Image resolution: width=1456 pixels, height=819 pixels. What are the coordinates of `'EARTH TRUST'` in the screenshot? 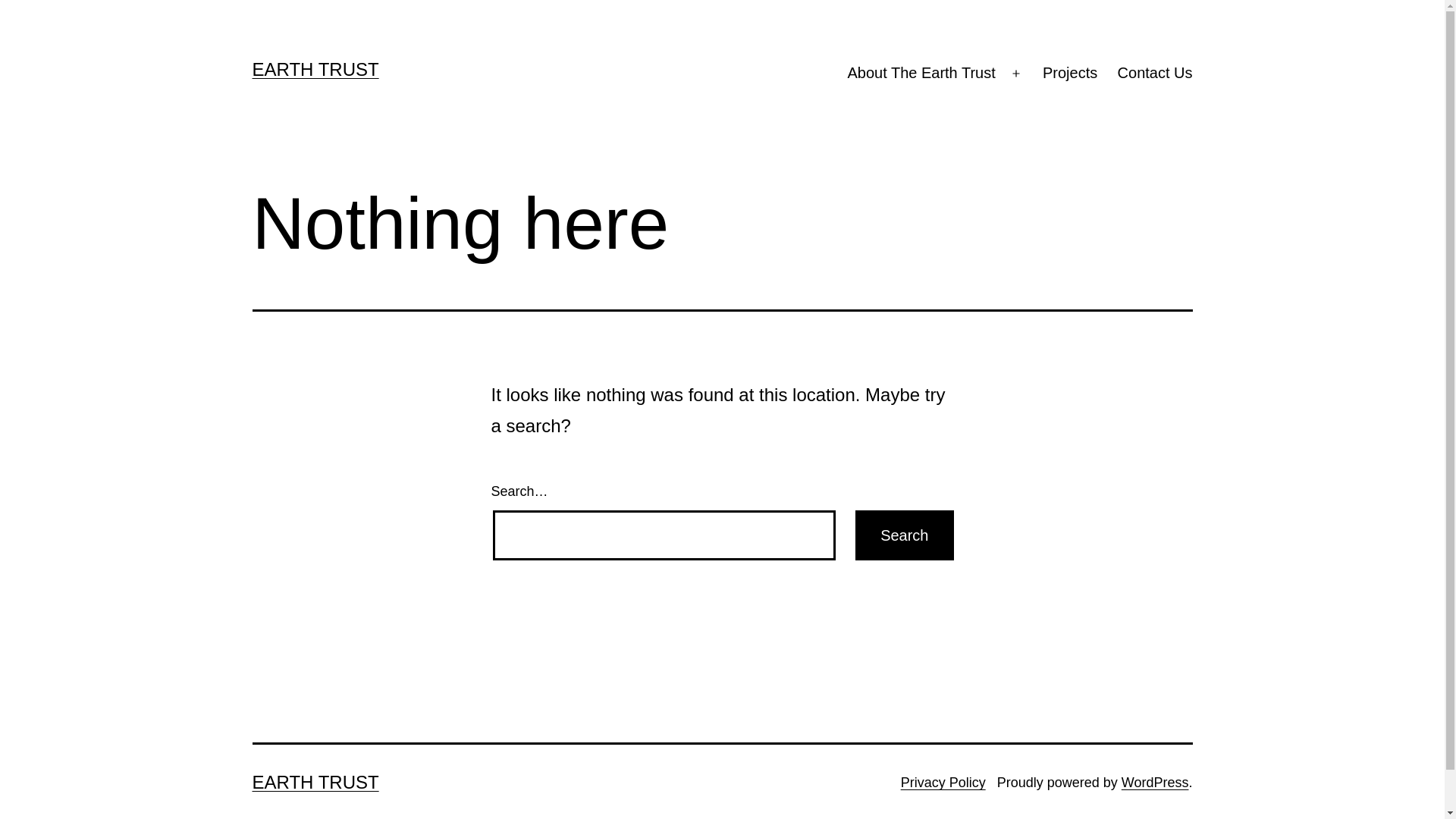 It's located at (251, 69).